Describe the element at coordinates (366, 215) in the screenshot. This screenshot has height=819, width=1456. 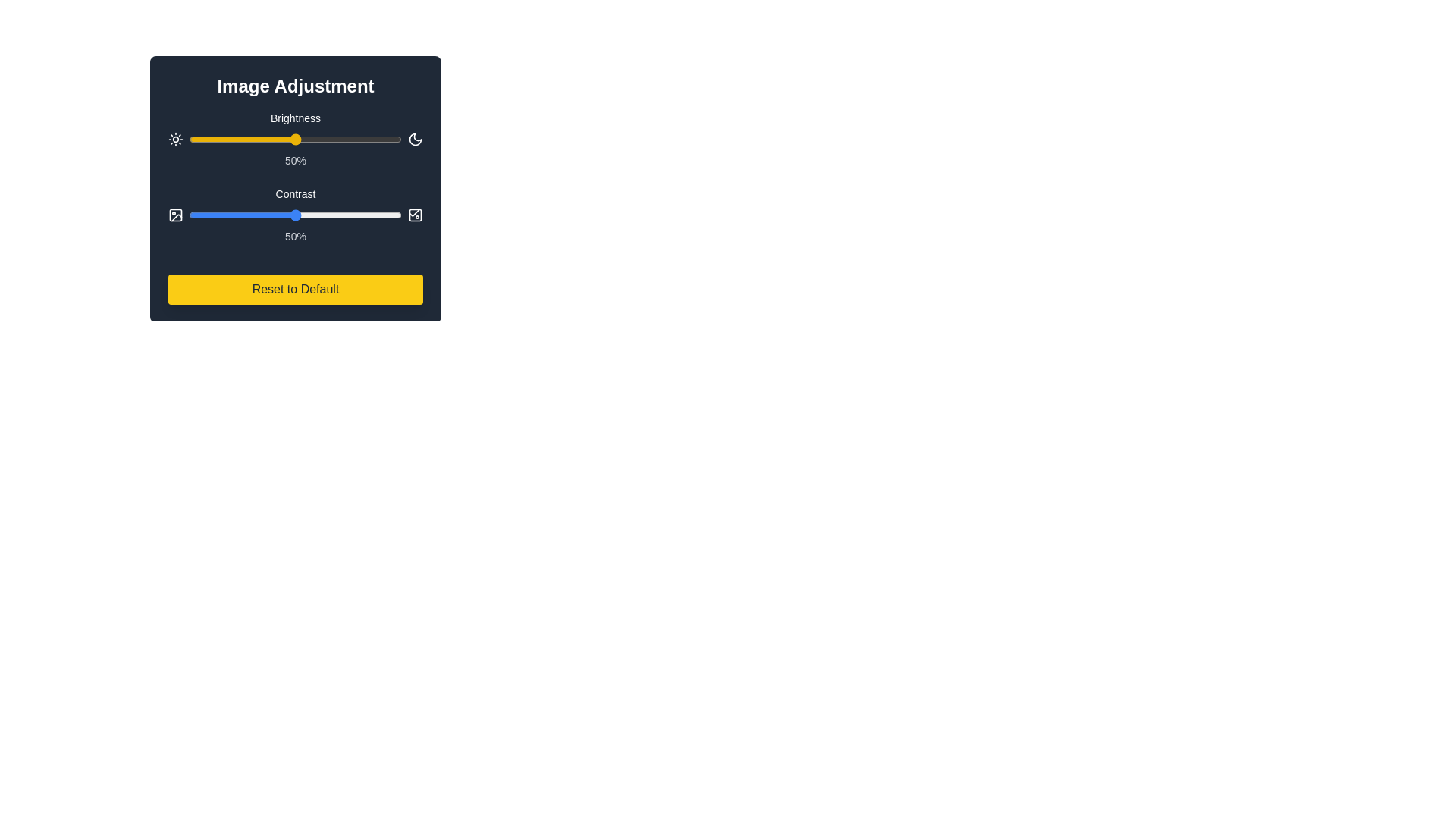
I see `contrast` at that location.